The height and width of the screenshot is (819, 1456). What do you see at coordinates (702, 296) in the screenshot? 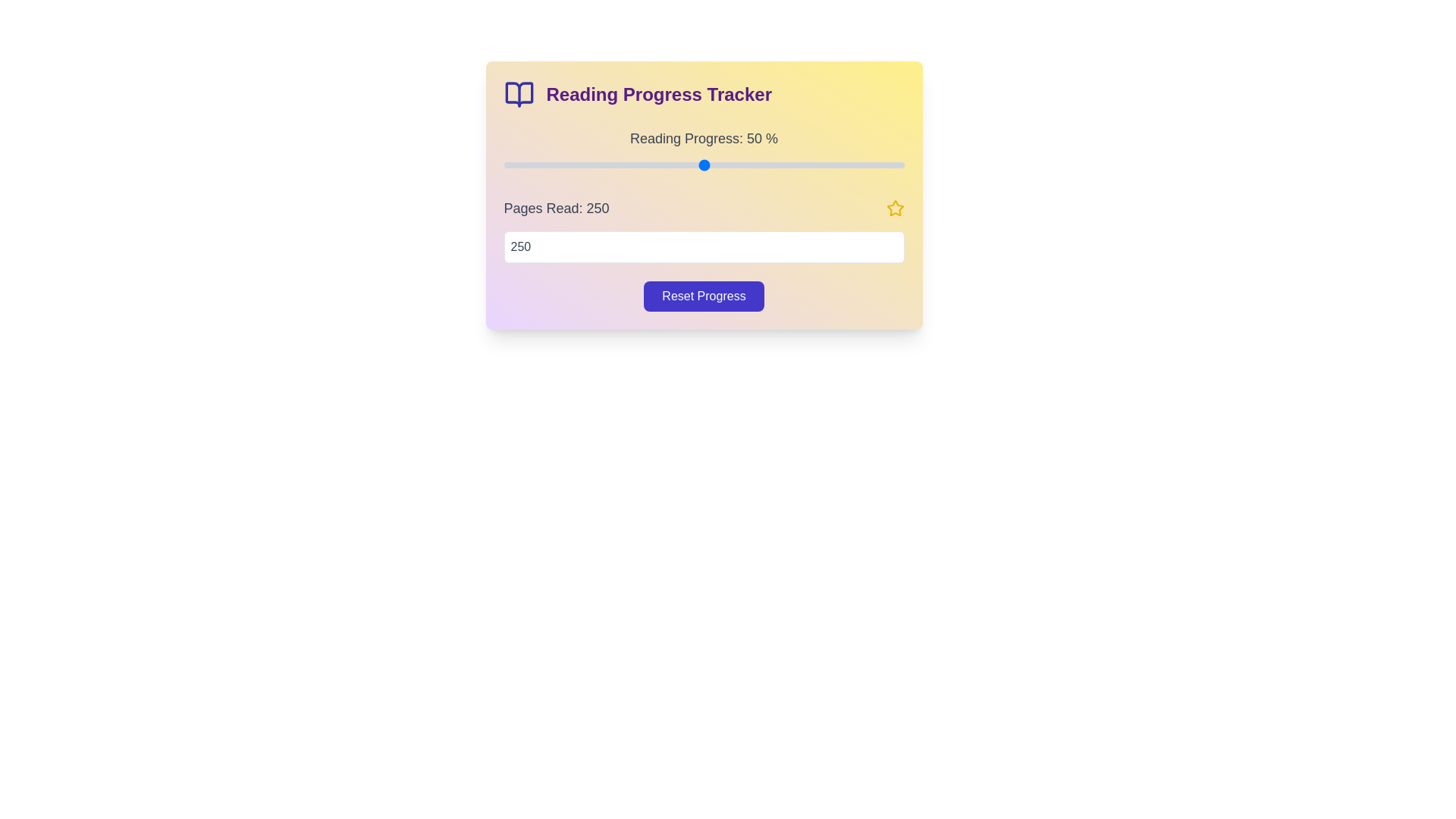
I see `the reset button to reset the progress and pages read` at bounding box center [702, 296].